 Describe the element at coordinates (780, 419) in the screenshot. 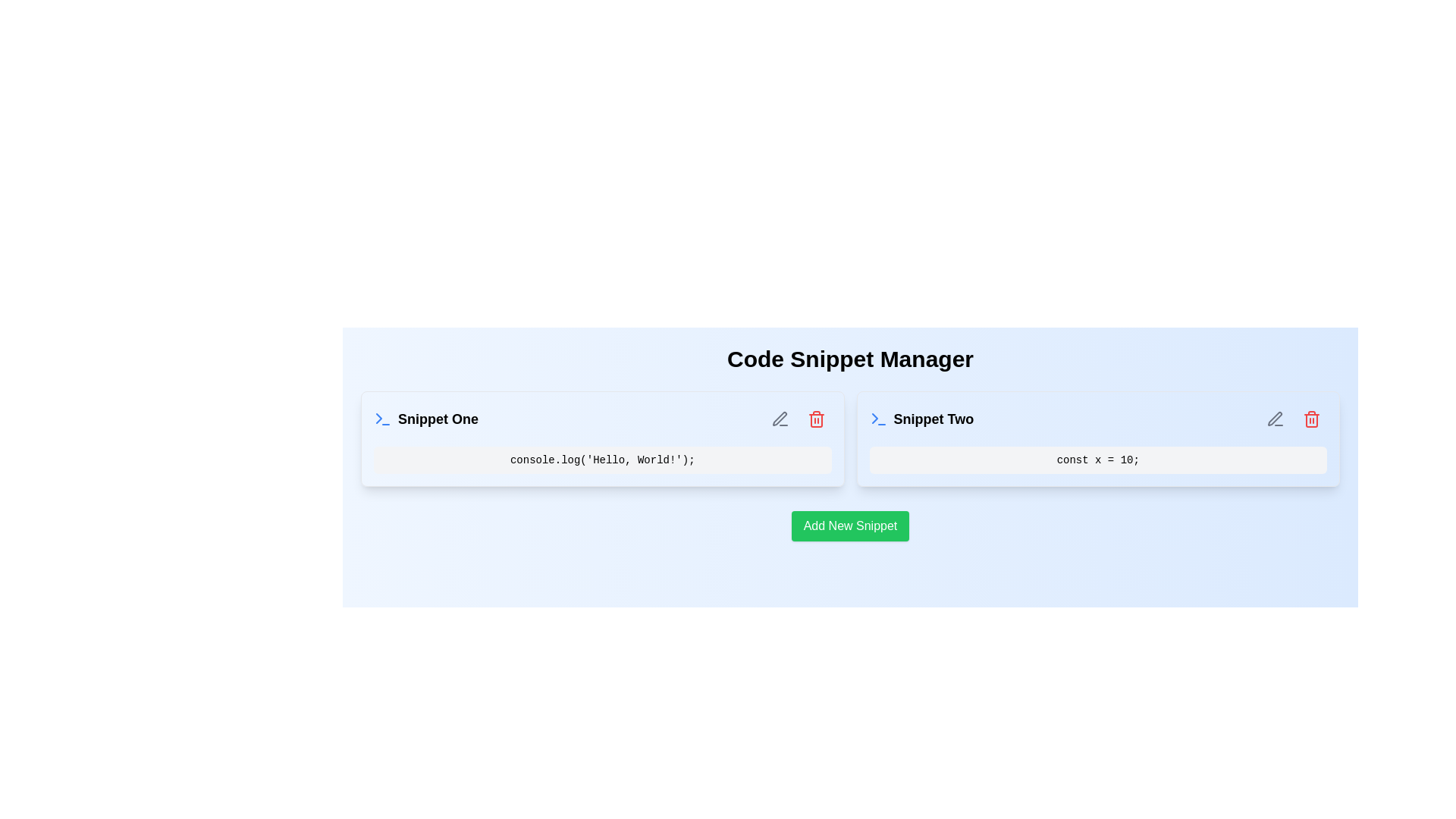

I see `the pen-shaped icon button, which is the first interactive option to the right of the 'Snippet One' item` at that location.